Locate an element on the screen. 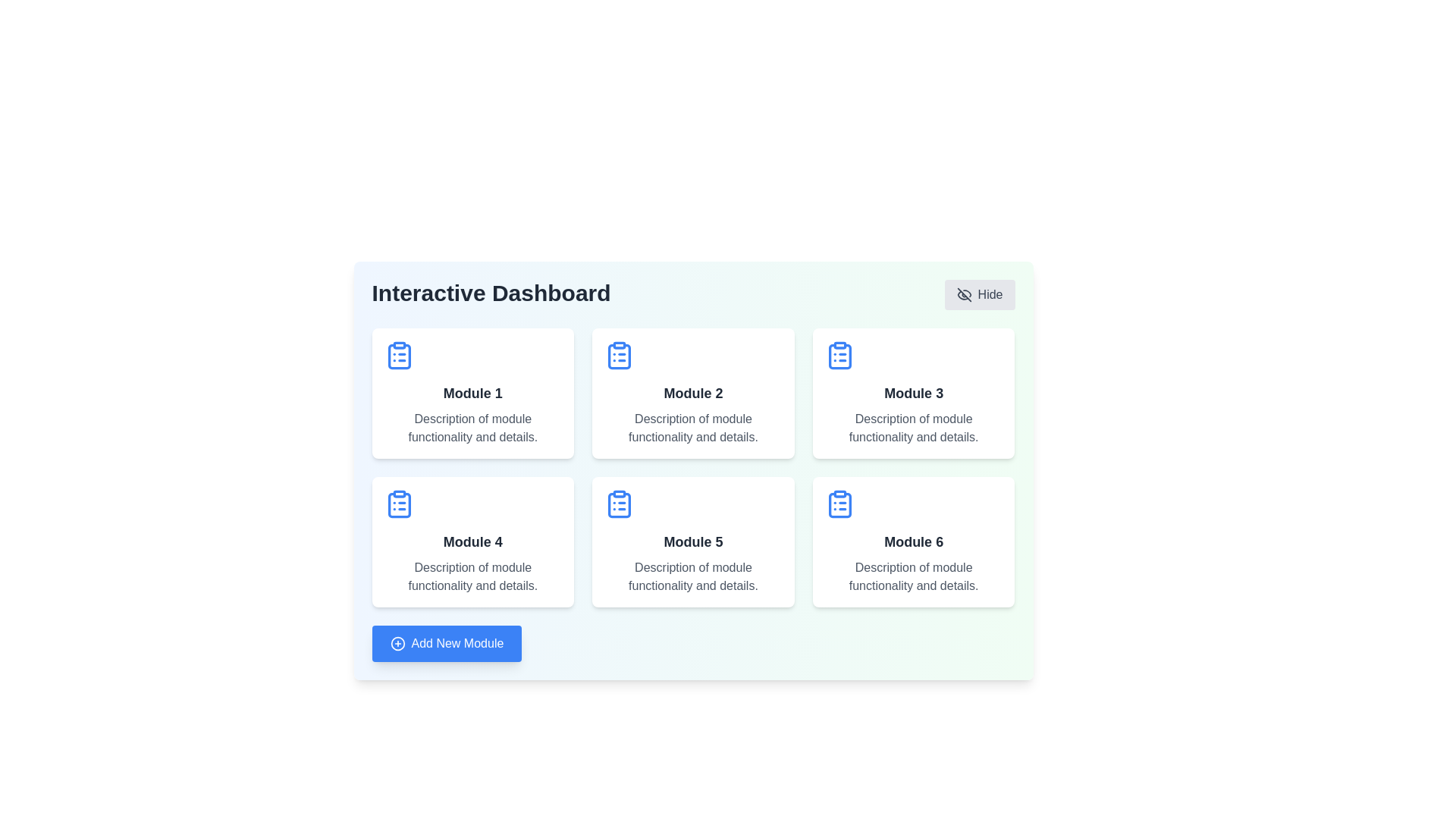 The height and width of the screenshot is (819, 1456). the clipboard icon located at the top-left corner of the 'Module 3' card in the top row of the dashboard grid, third column from the left is located at coordinates (839, 356).